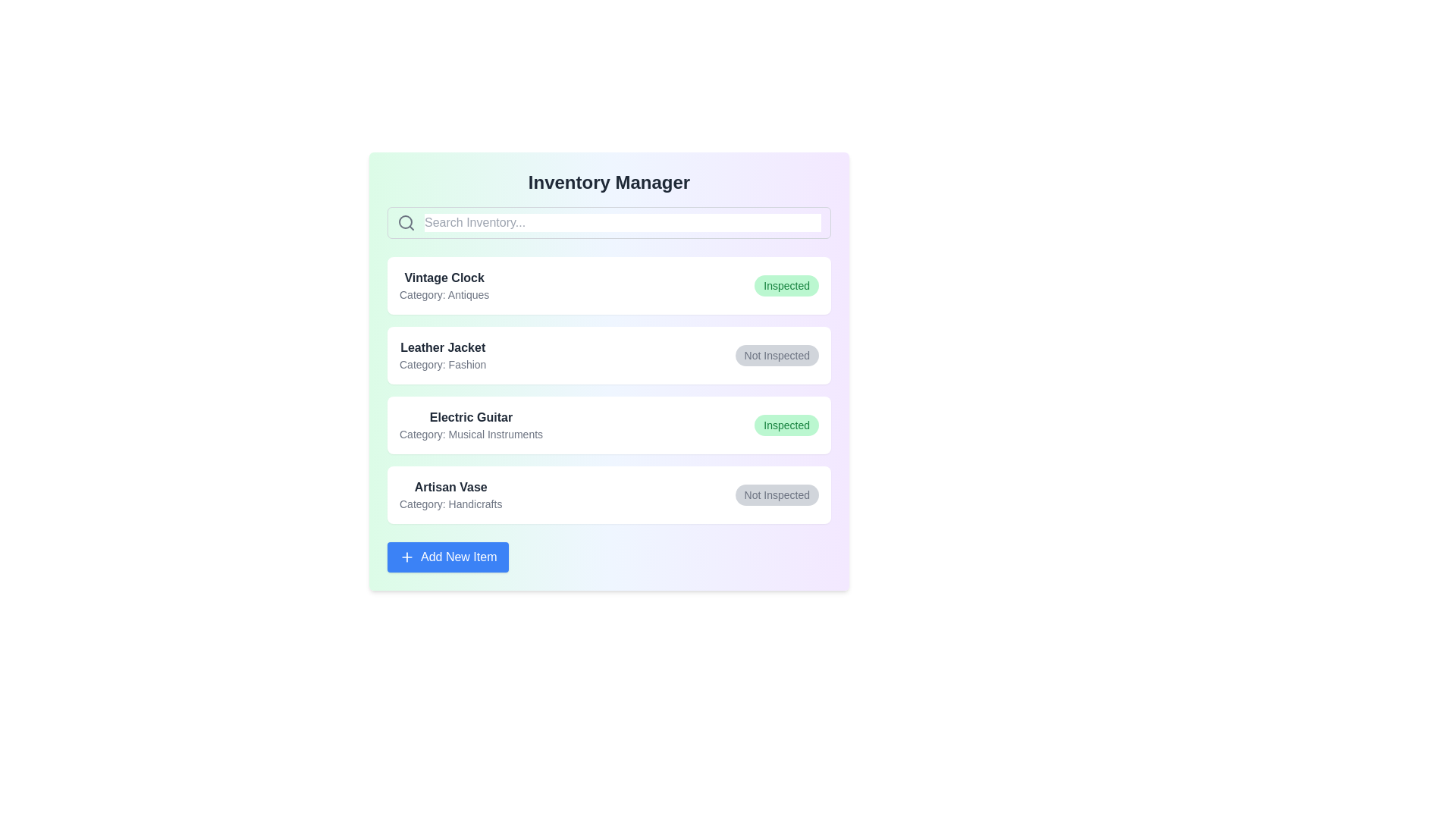 The height and width of the screenshot is (819, 1456). Describe the element at coordinates (609, 286) in the screenshot. I see `the item Vintage Clock to explore its hover effects` at that location.